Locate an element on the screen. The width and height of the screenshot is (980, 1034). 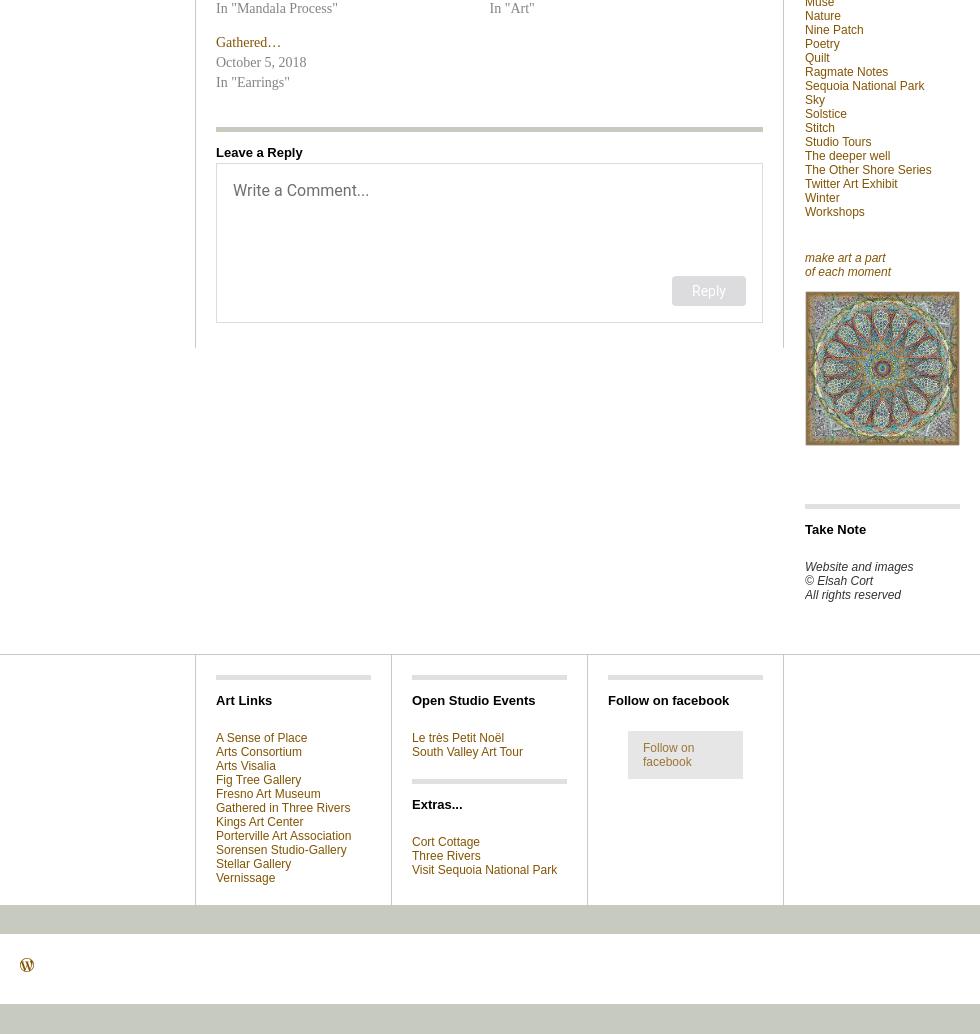
'Poetry' is located at coordinates (822, 44).